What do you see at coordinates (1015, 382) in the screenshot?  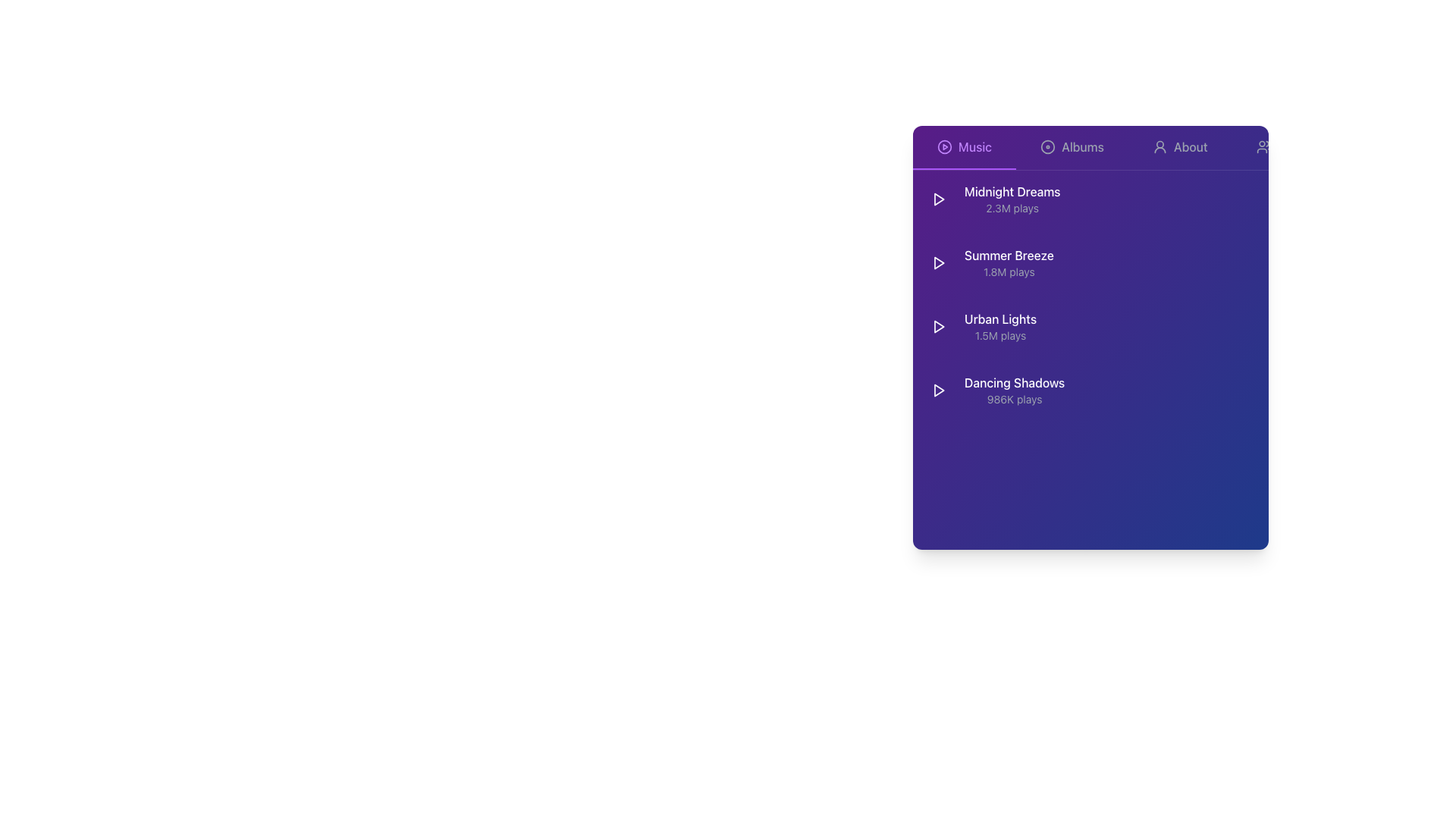 I see `the title of the fourth music track or playlist in the list, which provides the name of the track` at bounding box center [1015, 382].